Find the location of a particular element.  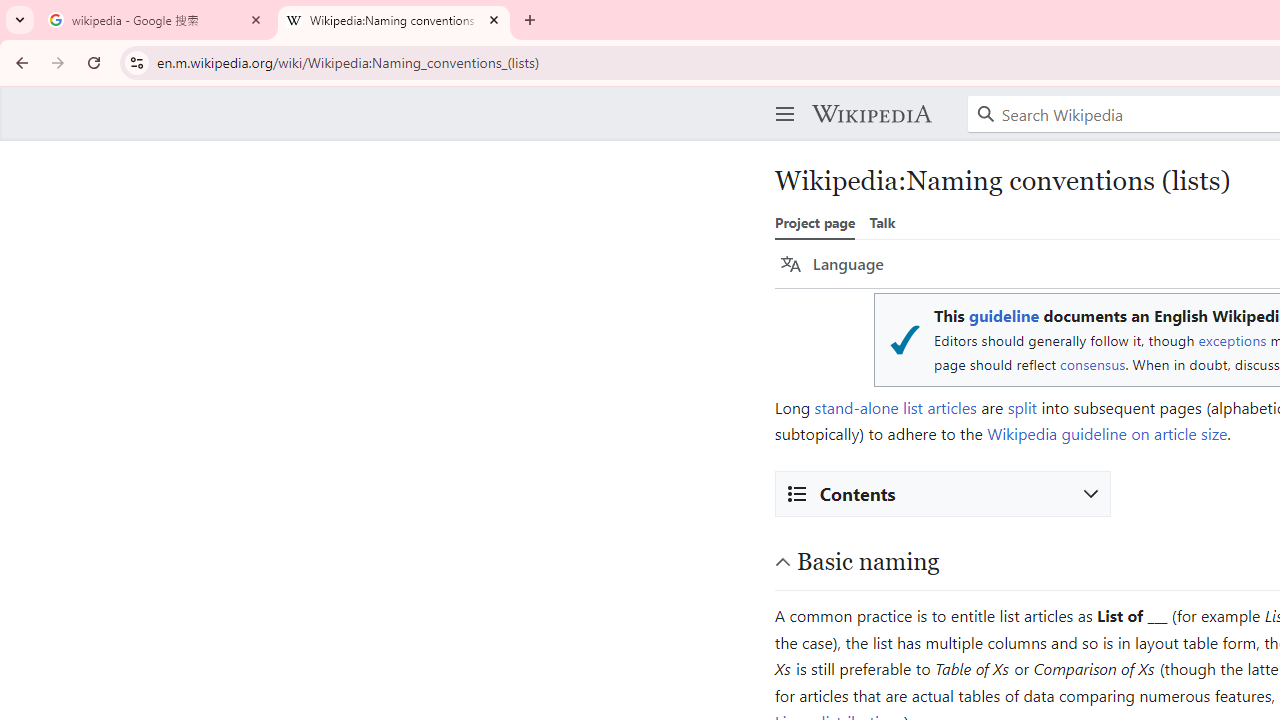

'consensus' is located at coordinates (1092, 364).